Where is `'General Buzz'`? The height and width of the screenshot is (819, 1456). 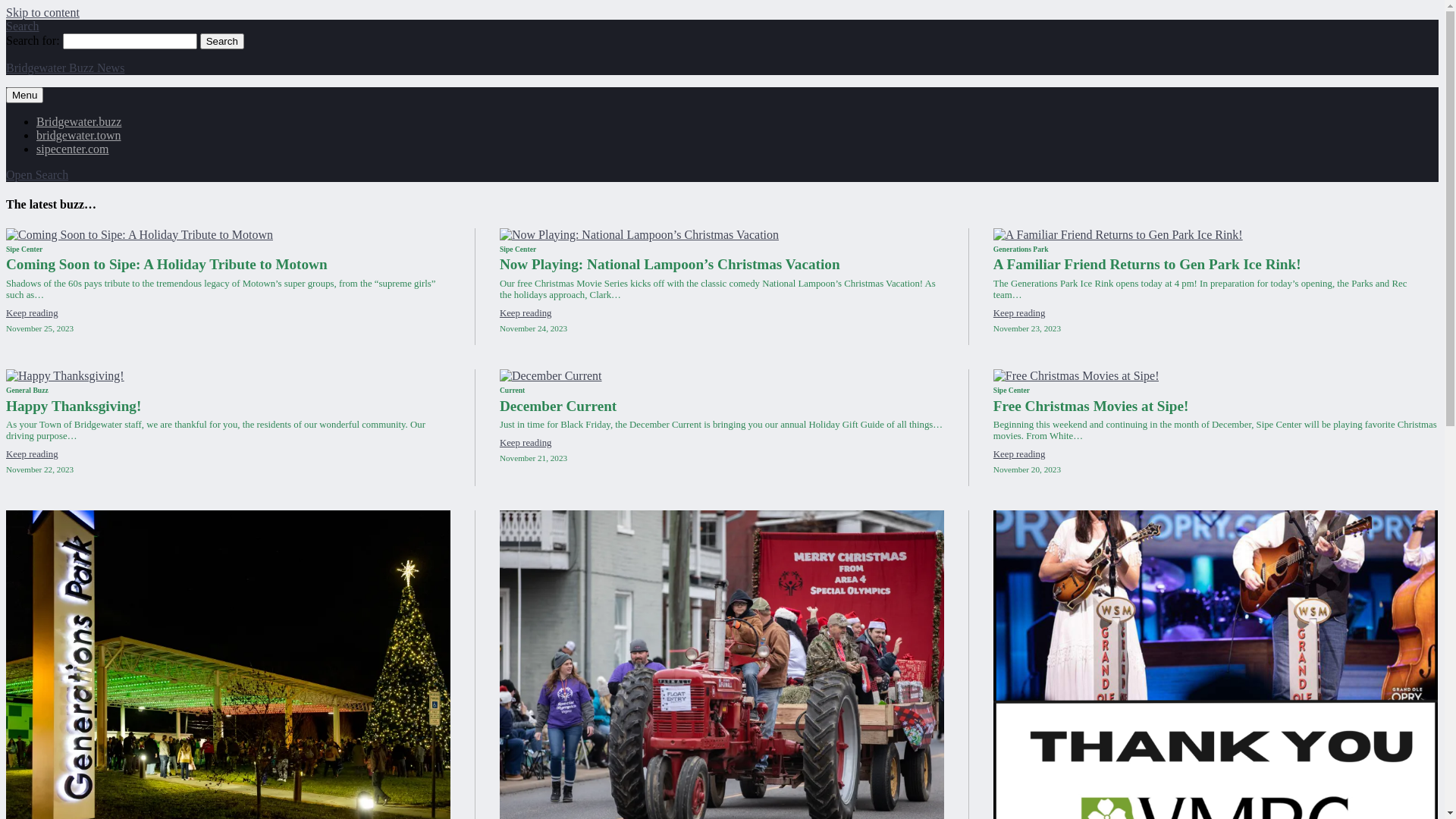
'General Buzz' is located at coordinates (27, 389).